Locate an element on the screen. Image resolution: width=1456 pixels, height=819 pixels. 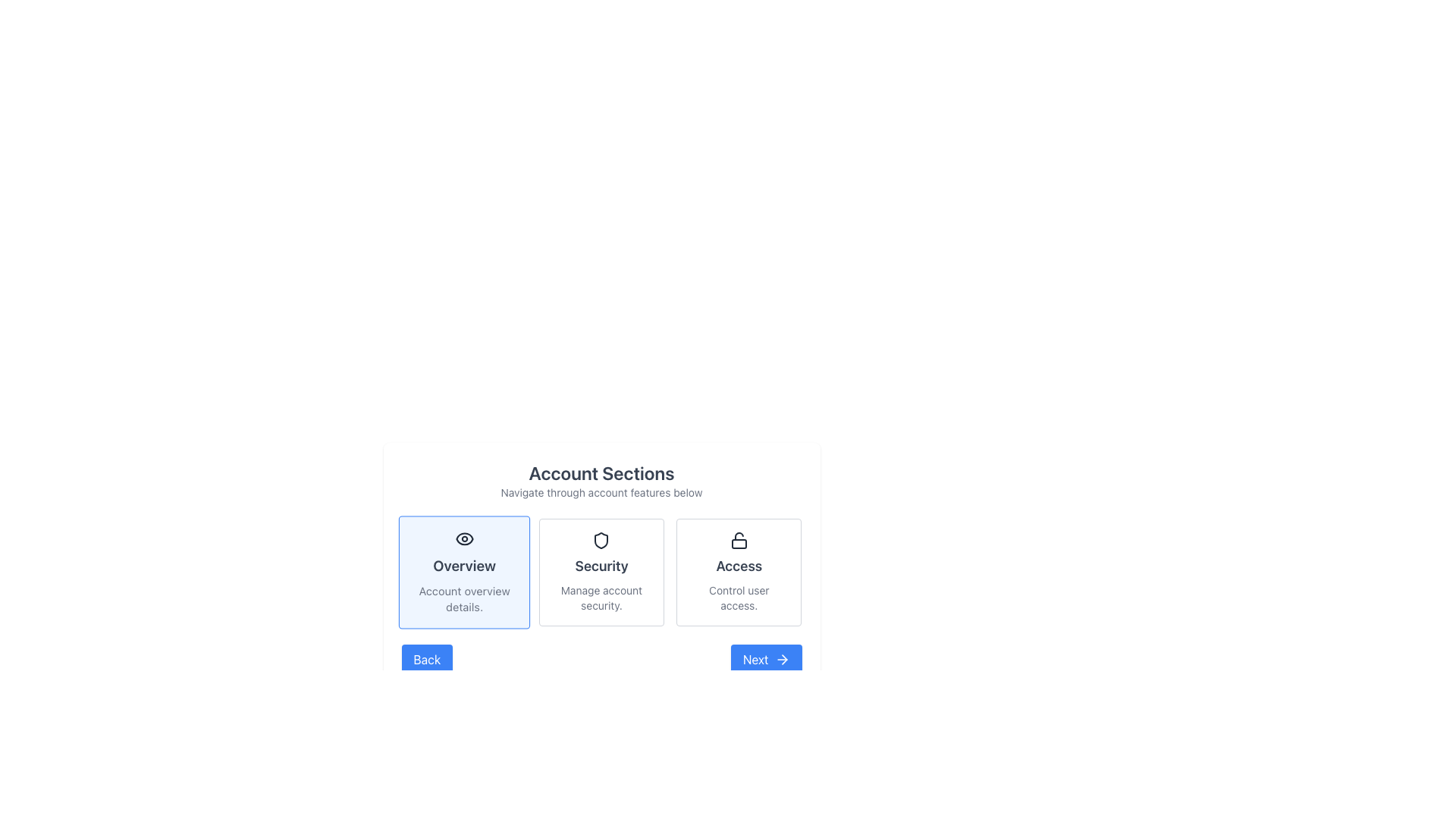
the text label header displaying 'Account Sections' which is centrally aligned at the top of the card layout is located at coordinates (601, 480).